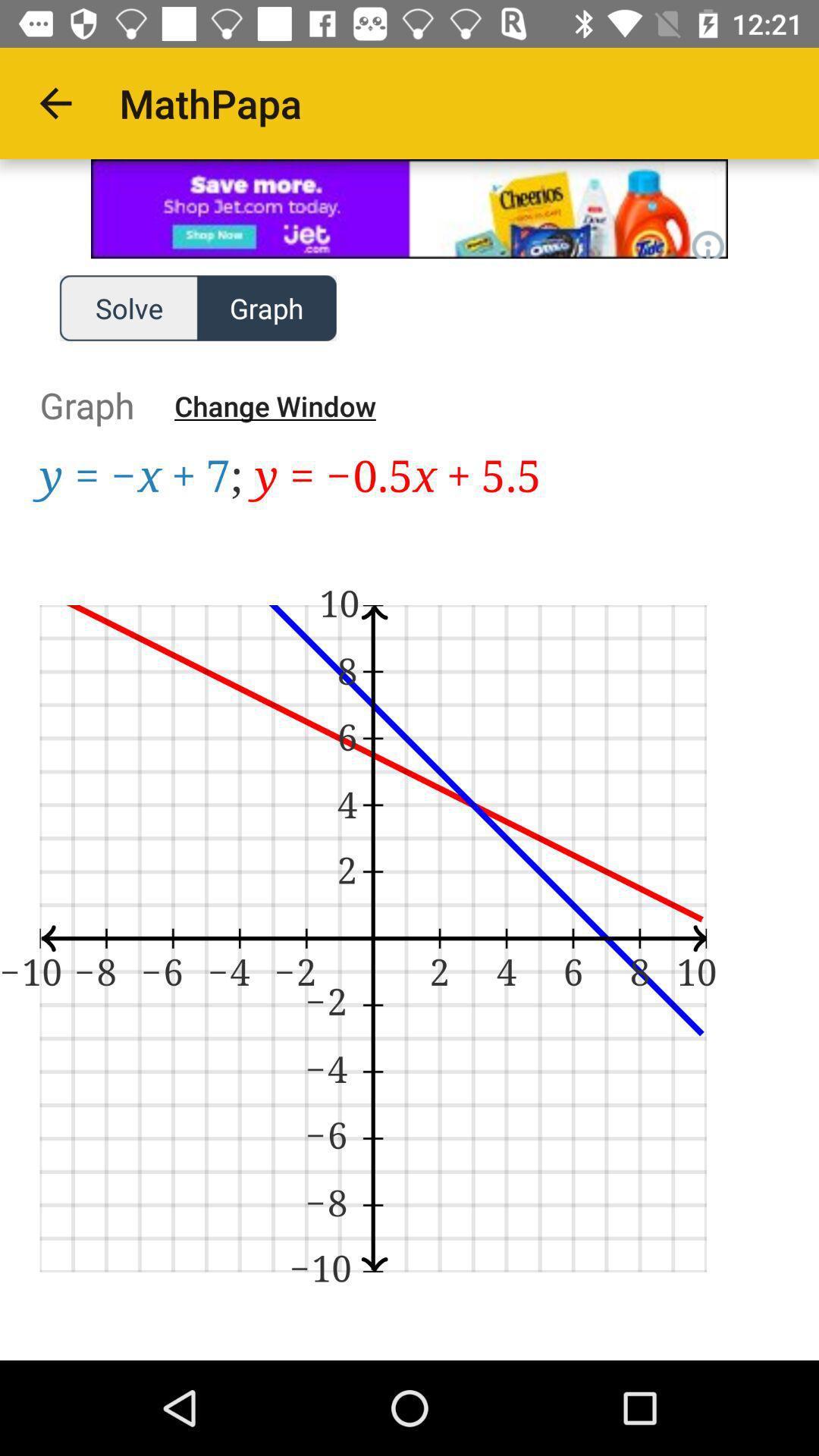 The image size is (819, 1456). I want to click on display field, so click(409, 907).